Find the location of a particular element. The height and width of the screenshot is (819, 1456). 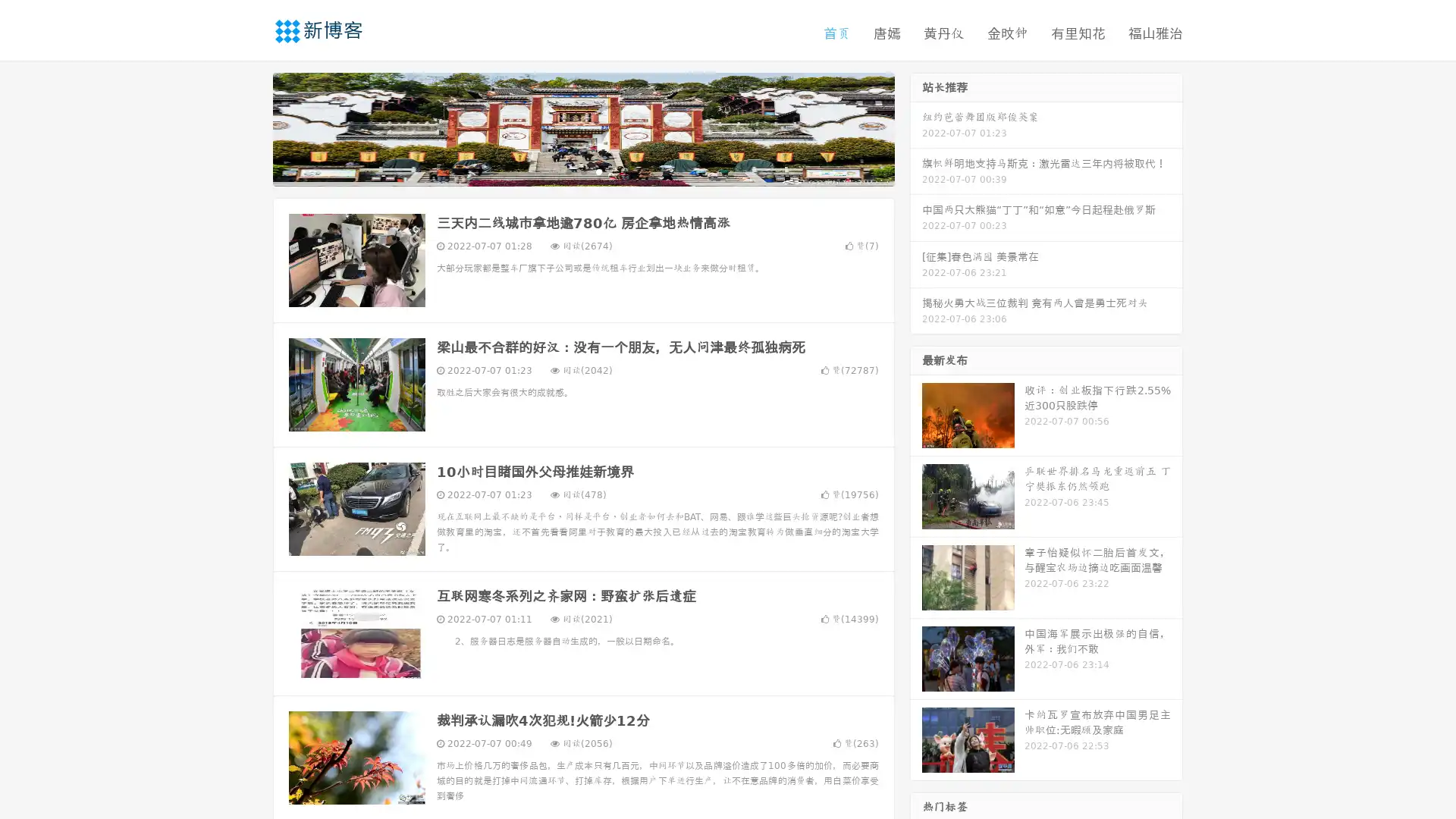

Next slide is located at coordinates (916, 127).